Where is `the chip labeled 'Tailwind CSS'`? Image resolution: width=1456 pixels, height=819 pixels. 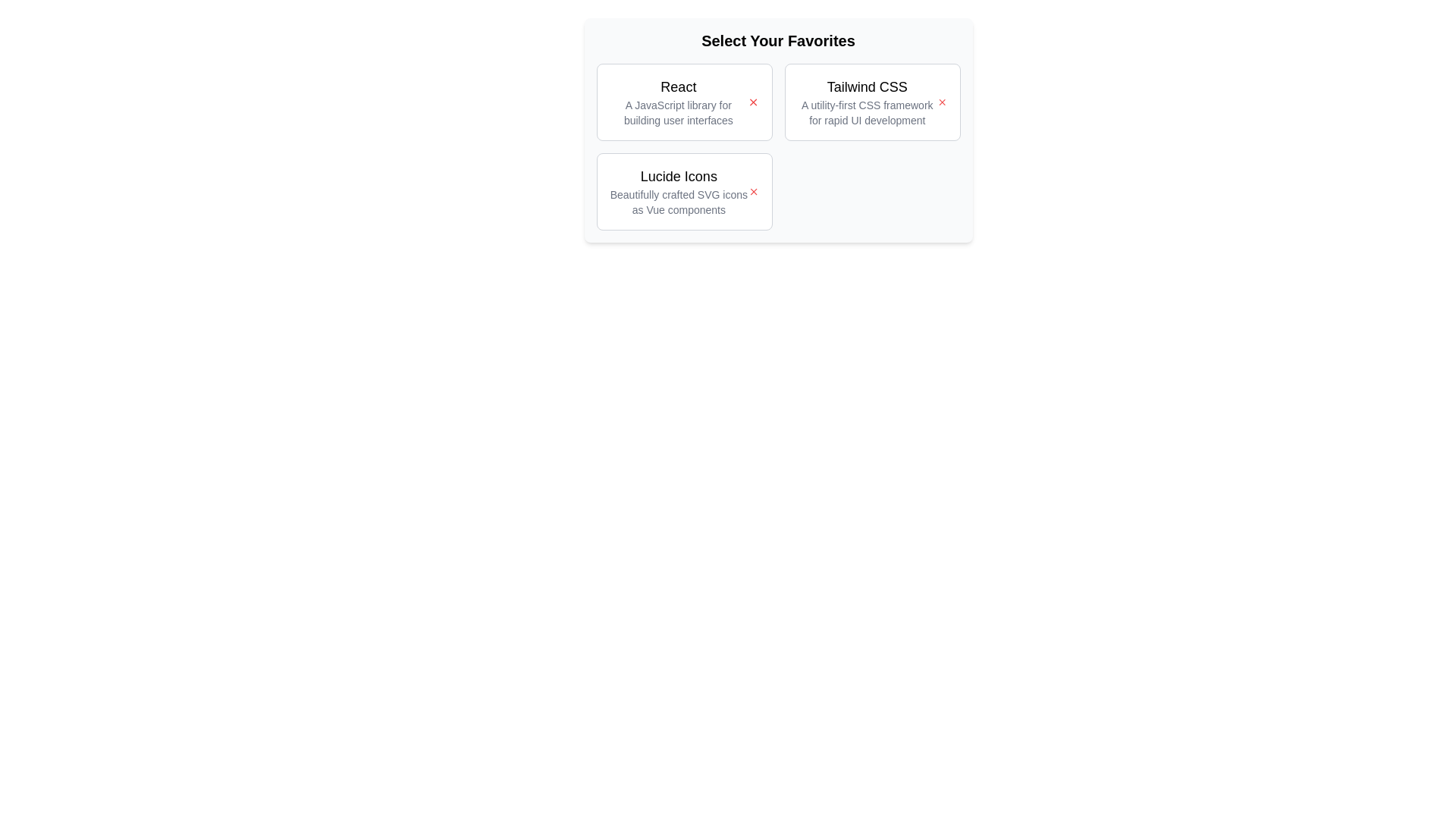 the chip labeled 'Tailwind CSS' is located at coordinates (872, 102).